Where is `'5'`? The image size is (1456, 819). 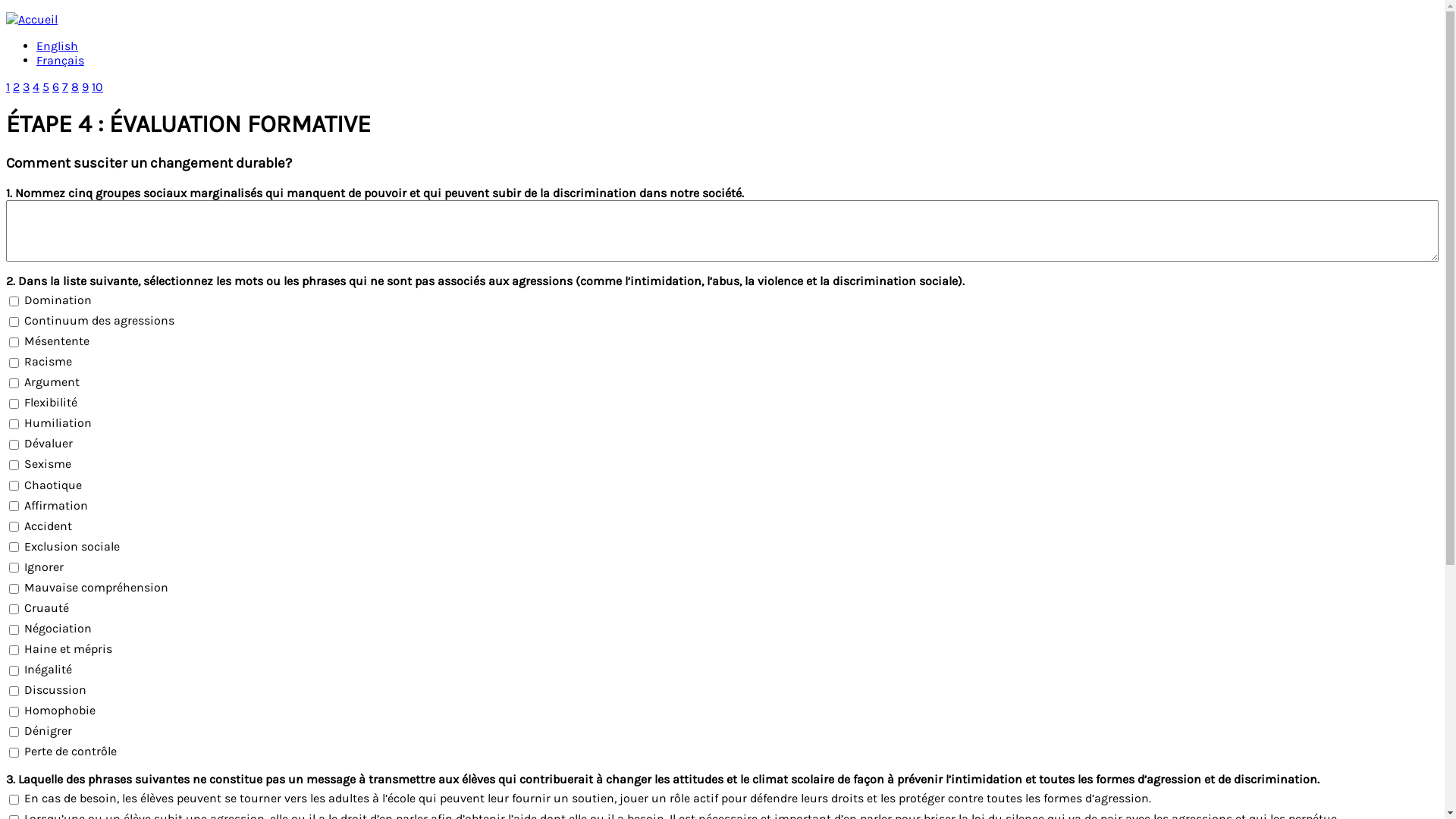
'5' is located at coordinates (45, 86).